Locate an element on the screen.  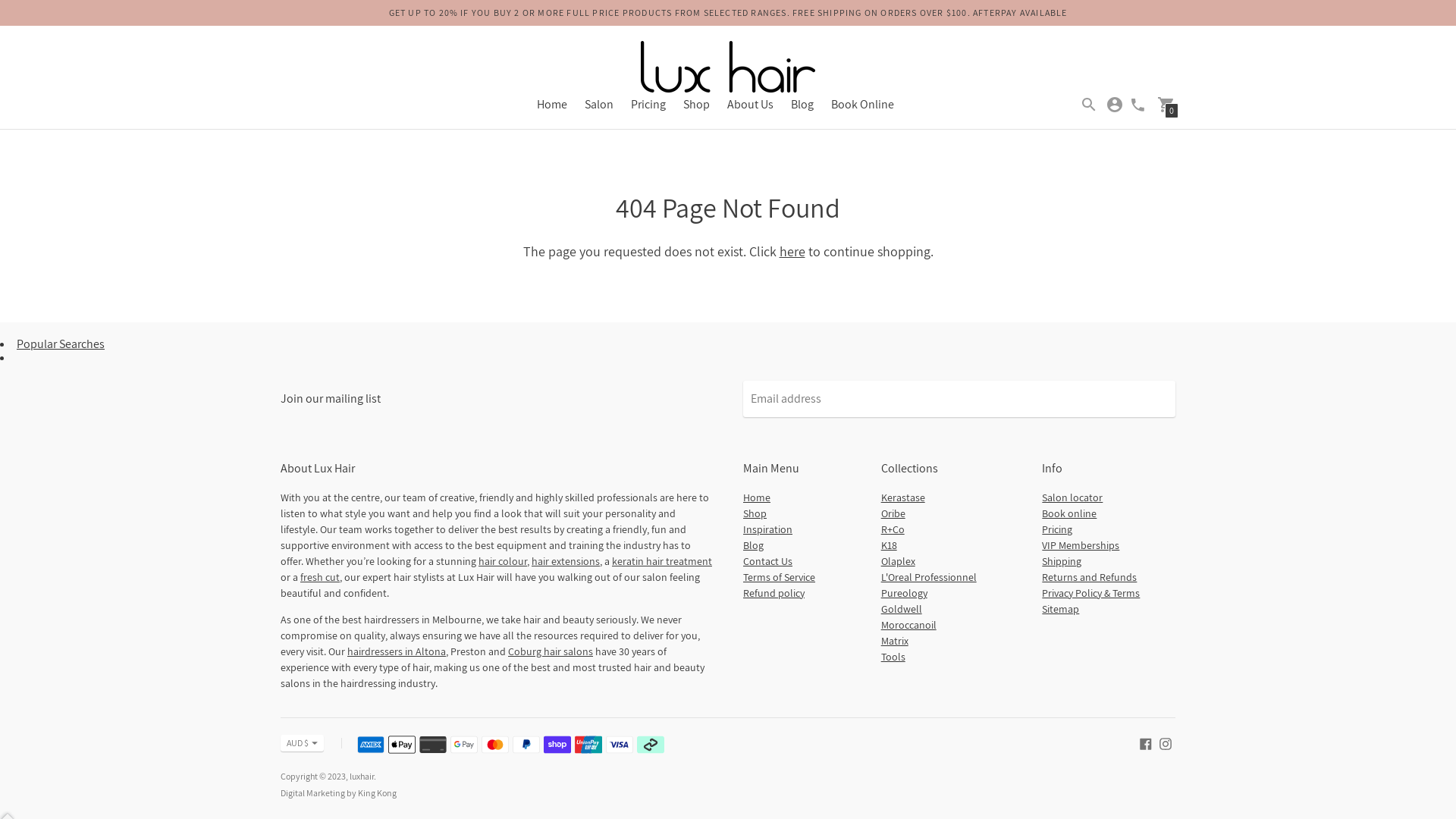
'Home' is located at coordinates (551, 103).